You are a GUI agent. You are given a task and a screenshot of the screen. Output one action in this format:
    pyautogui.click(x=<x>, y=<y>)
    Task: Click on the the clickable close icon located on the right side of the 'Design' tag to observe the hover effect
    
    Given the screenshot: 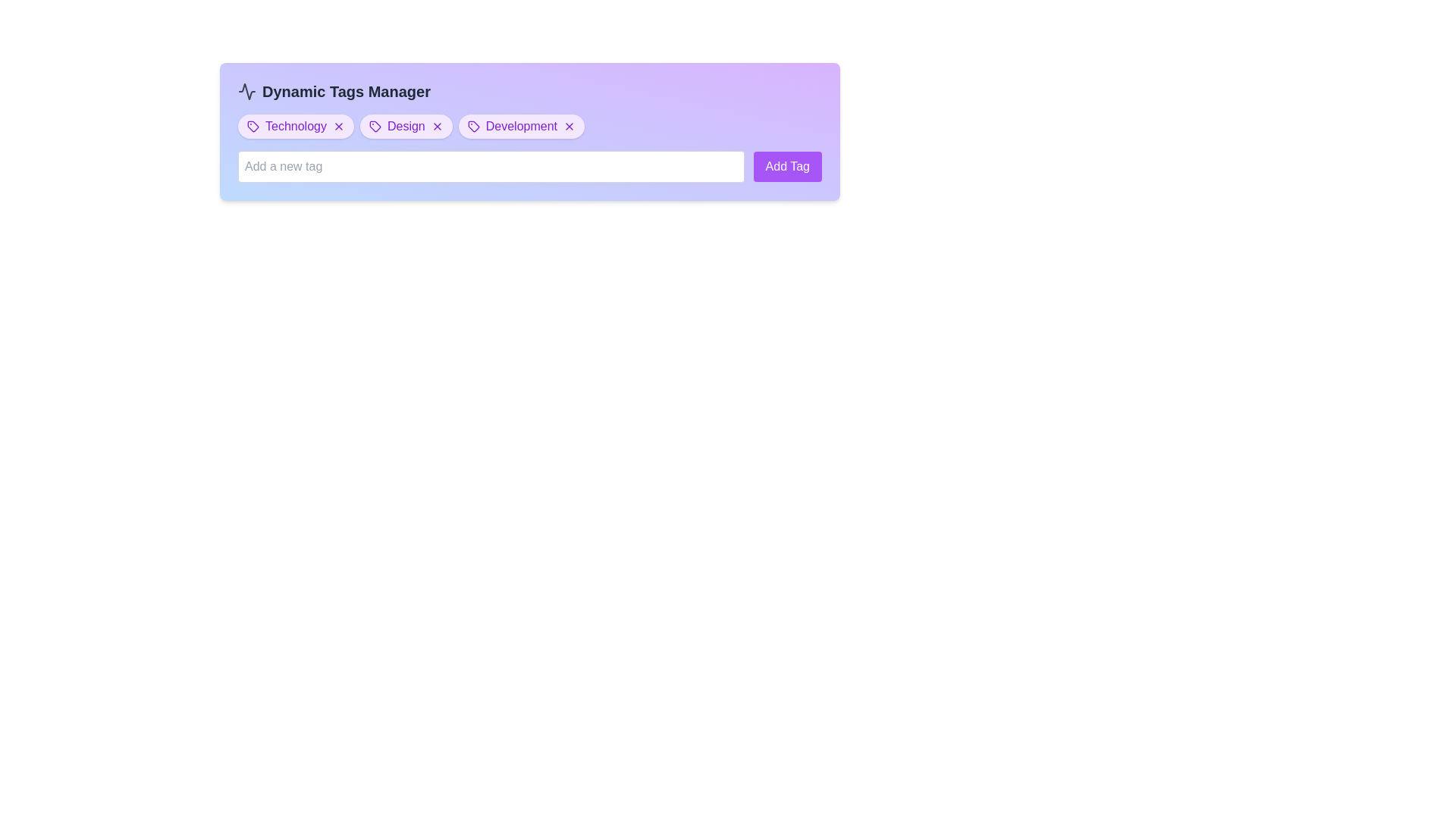 What is the action you would take?
    pyautogui.click(x=436, y=125)
    